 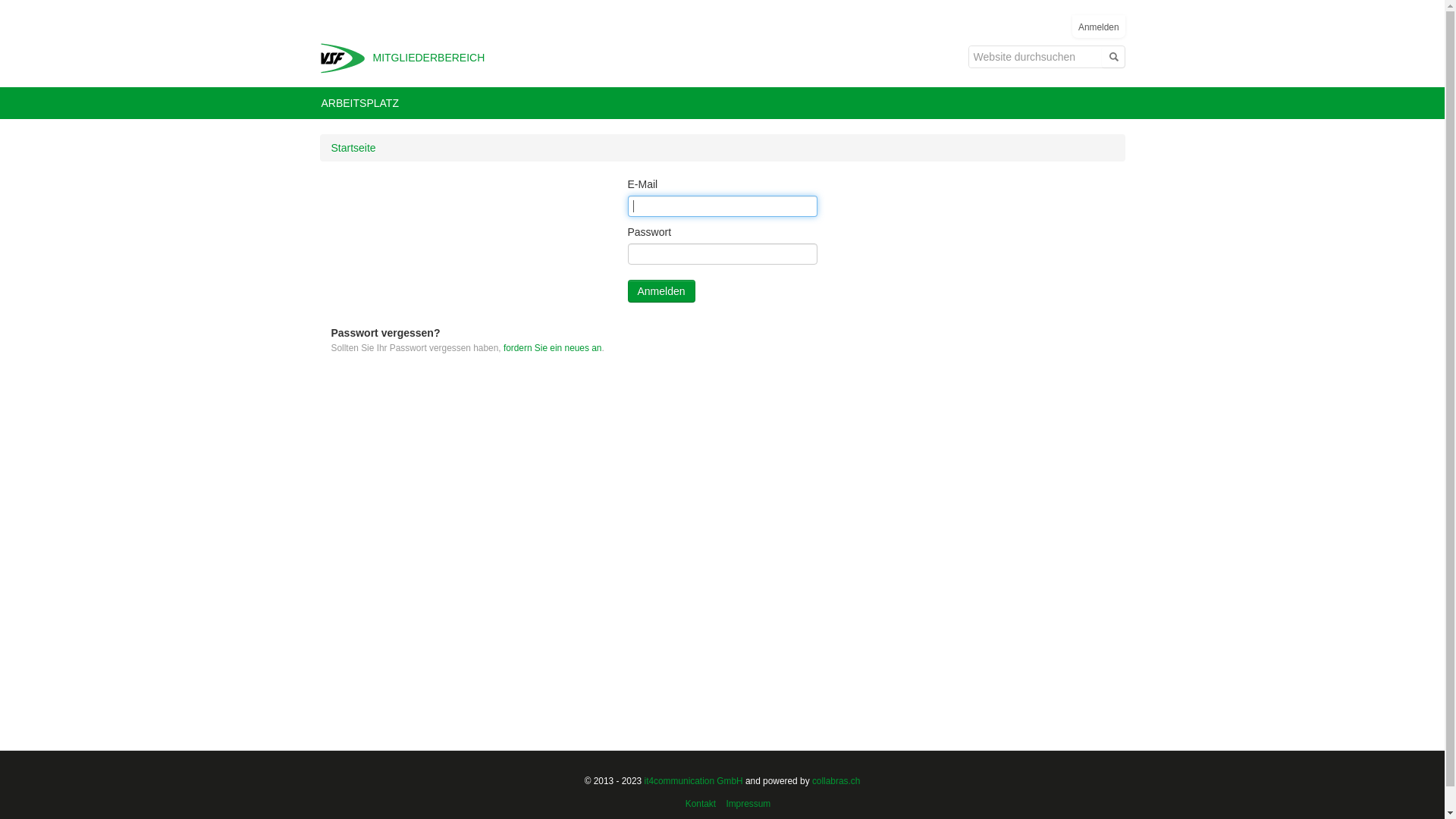 I want to click on 'ARBEITSPLATZ', so click(x=309, y=102).